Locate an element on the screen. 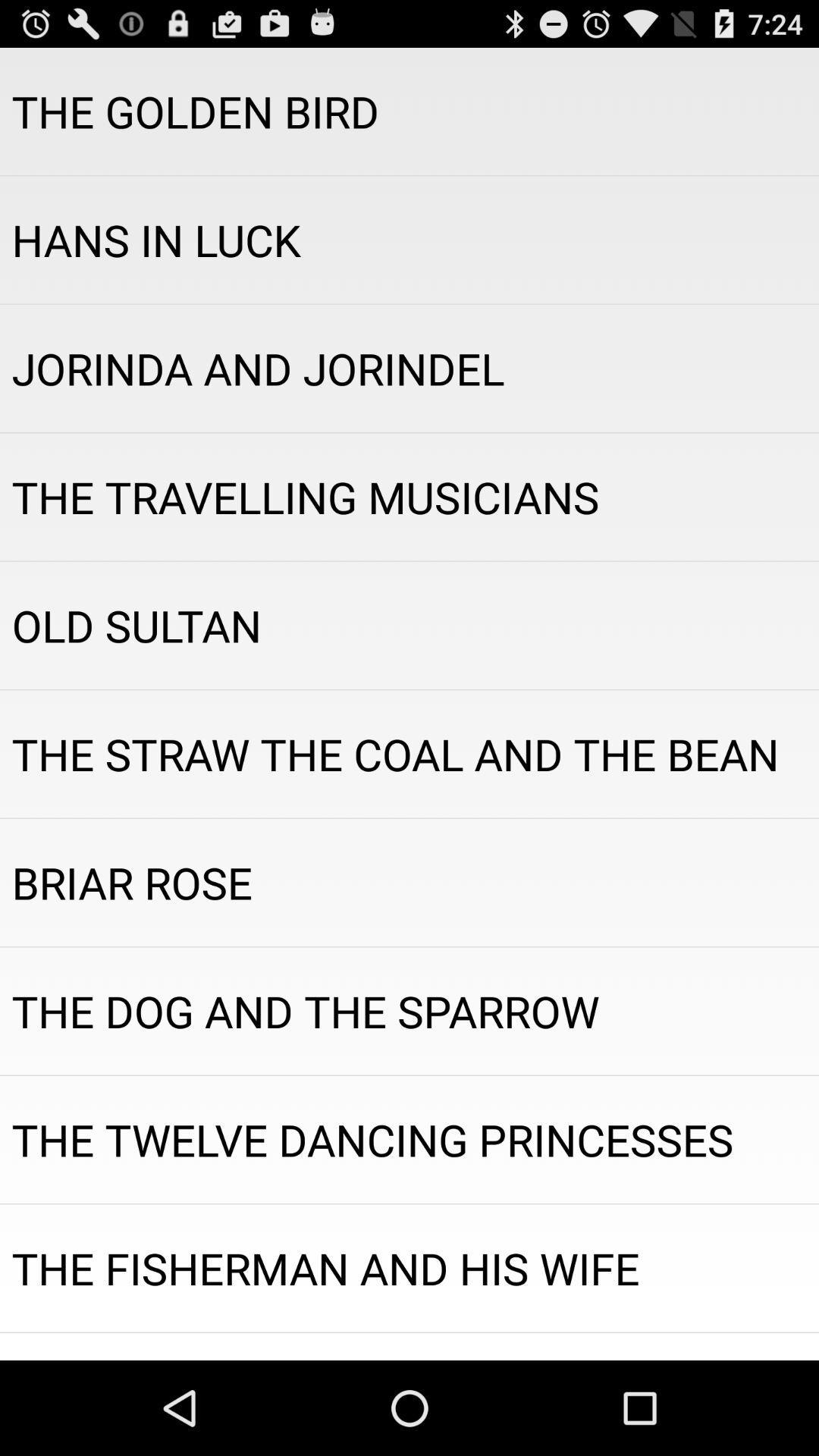 This screenshot has width=819, height=1456. the the travelling musicians icon is located at coordinates (409, 497).